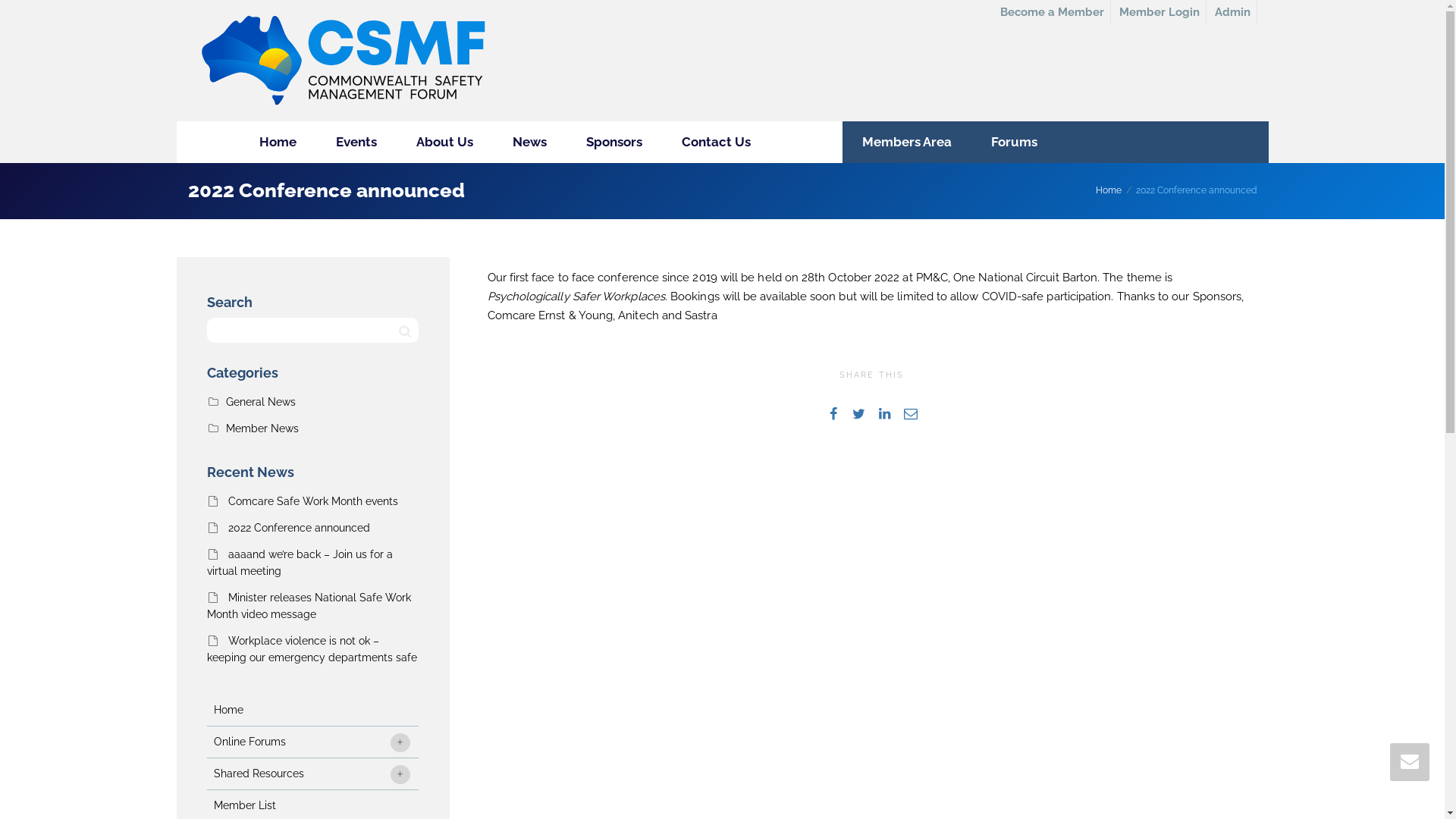 The height and width of the screenshot is (819, 1456). What do you see at coordinates (443, 142) in the screenshot?
I see `'About Us'` at bounding box center [443, 142].